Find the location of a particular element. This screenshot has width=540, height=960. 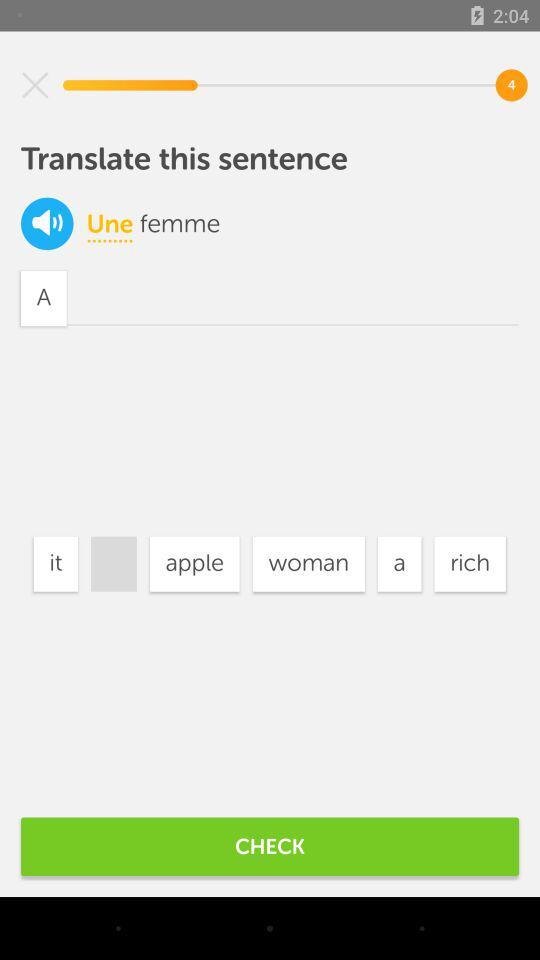

the volume icon is located at coordinates (47, 223).